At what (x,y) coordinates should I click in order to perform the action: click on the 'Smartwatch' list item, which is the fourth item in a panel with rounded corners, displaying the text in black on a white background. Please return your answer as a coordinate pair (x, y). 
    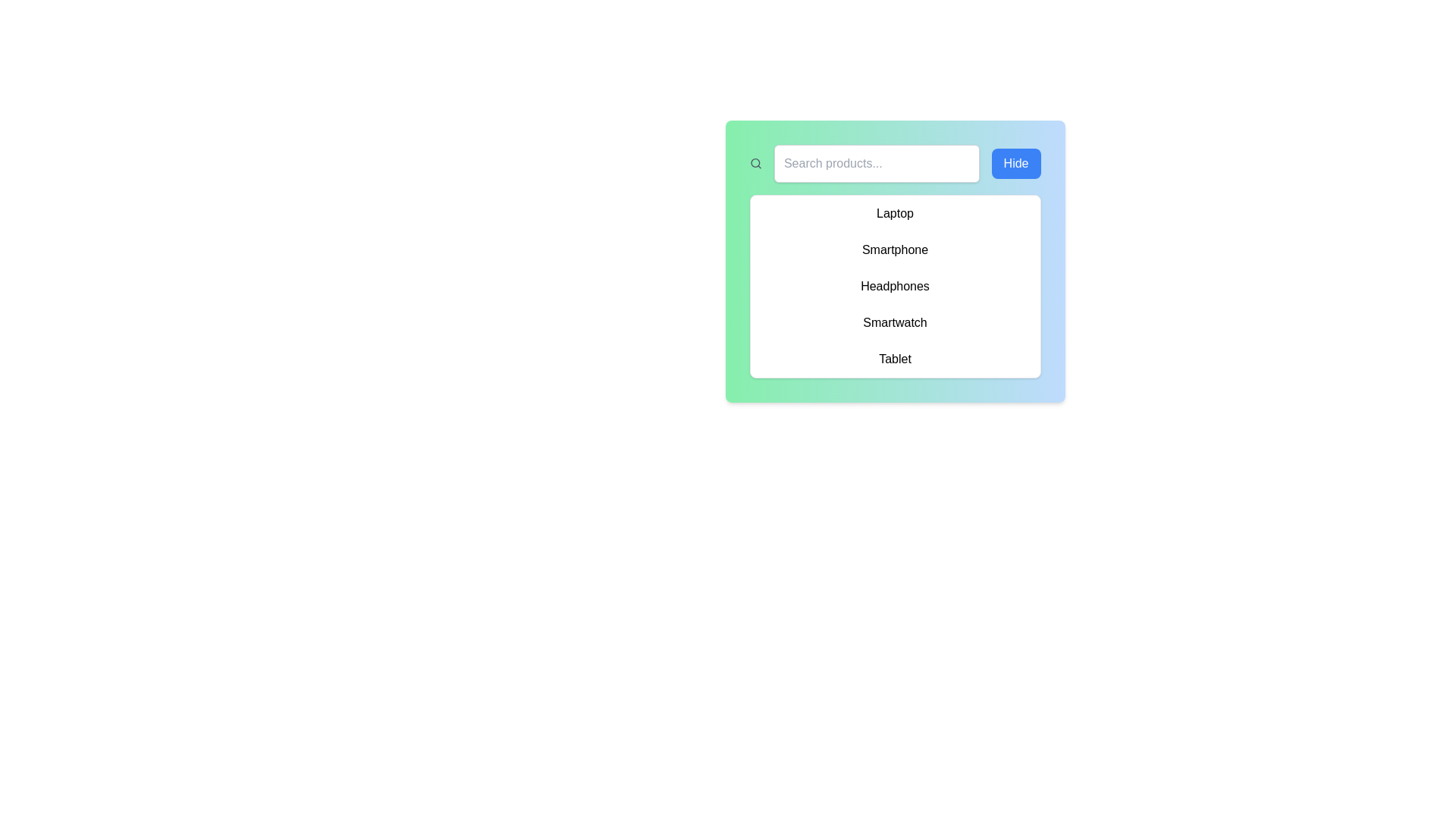
    Looking at the image, I should click on (895, 322).